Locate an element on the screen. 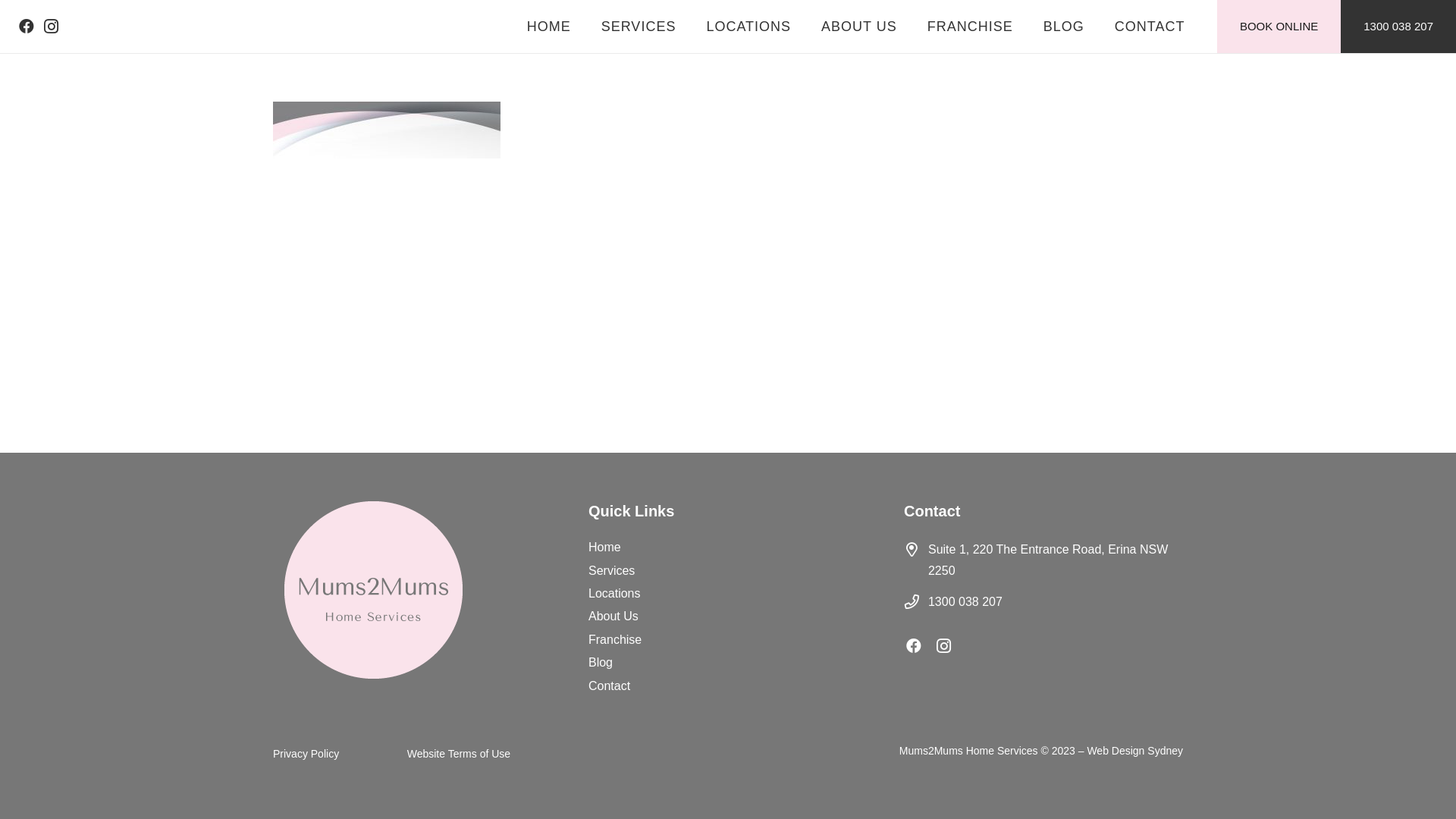 The width and height of the screenshot is (1456, 819). 'BLOG' is located at coordinates (1062, 26).